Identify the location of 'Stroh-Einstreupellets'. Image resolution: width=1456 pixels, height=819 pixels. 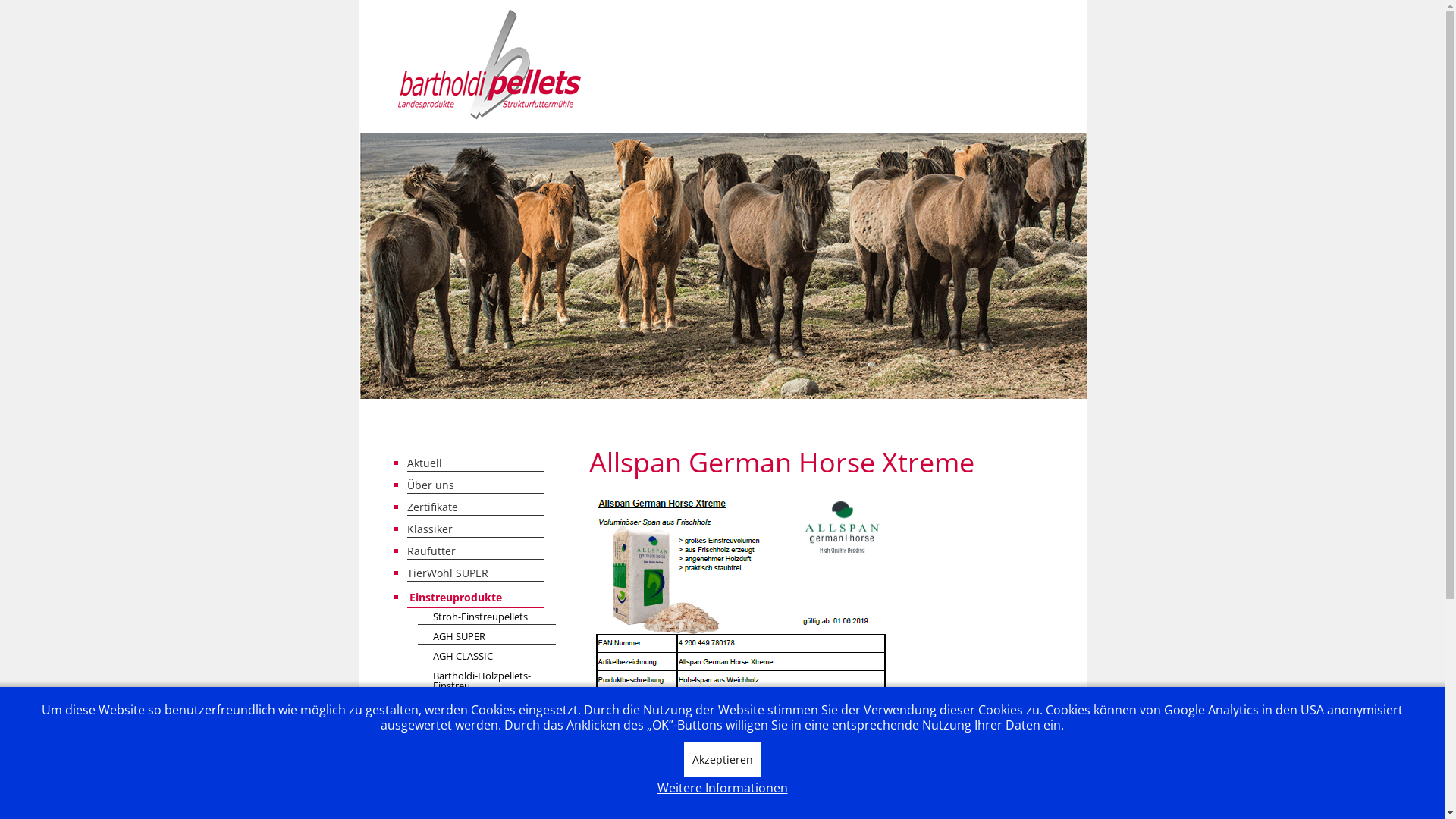
(486, 617).